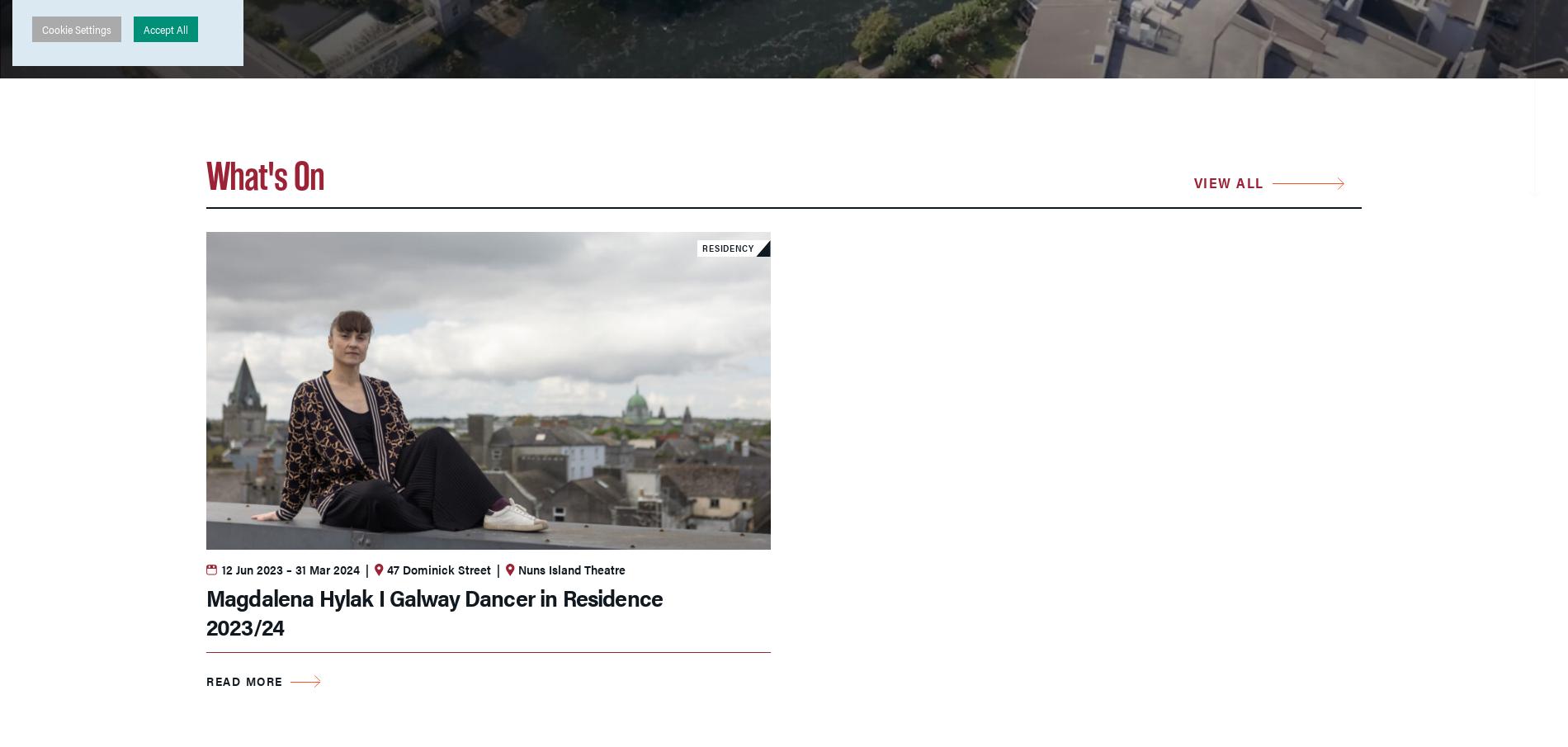  Describe the element at coordinates (1228, 181) in the screenshot. I see `'View All'` at that location.